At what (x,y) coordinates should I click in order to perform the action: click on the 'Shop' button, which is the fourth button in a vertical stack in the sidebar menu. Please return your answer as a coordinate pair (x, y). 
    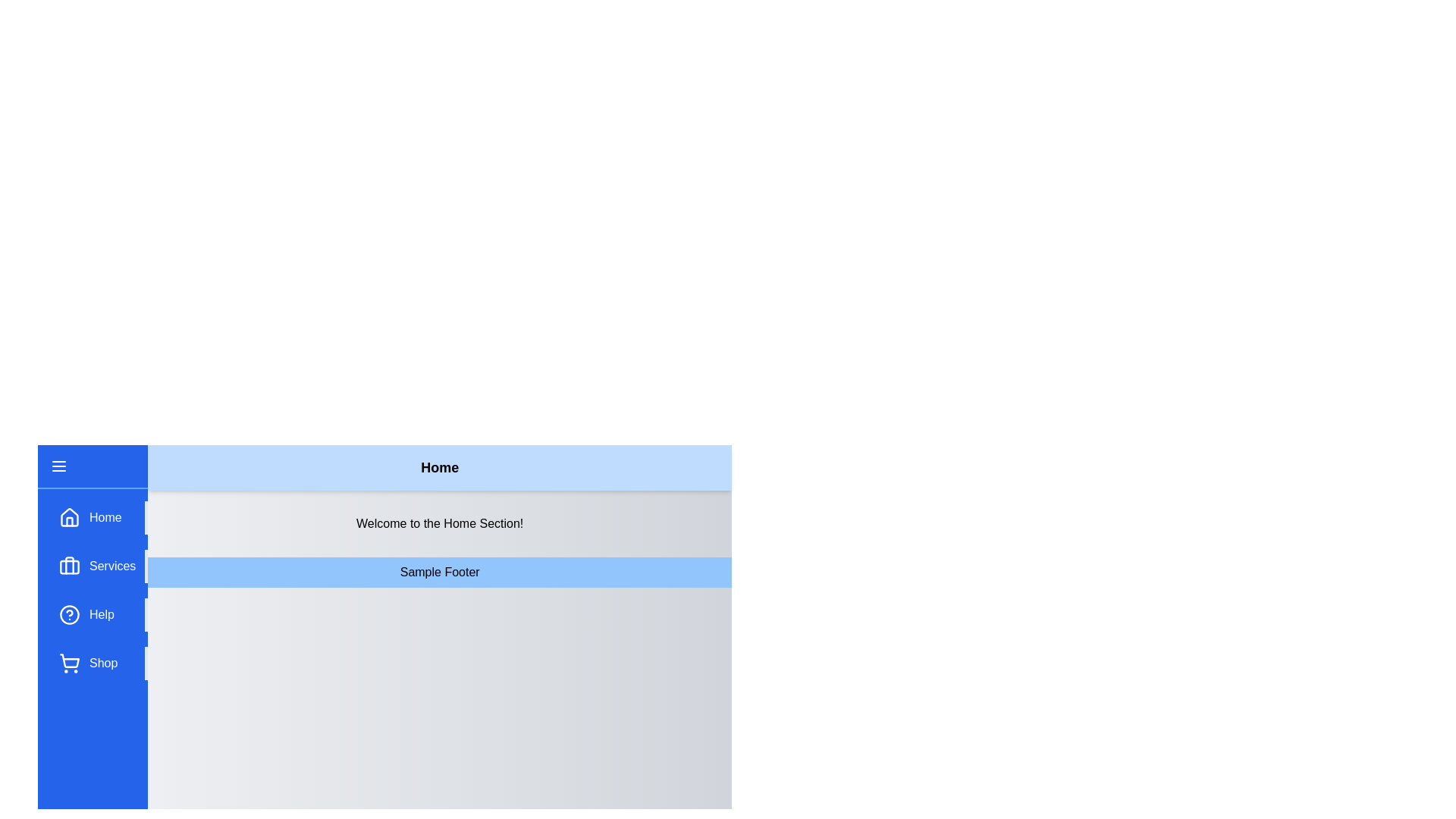
    Looking at the image, I should click on (98, 663).